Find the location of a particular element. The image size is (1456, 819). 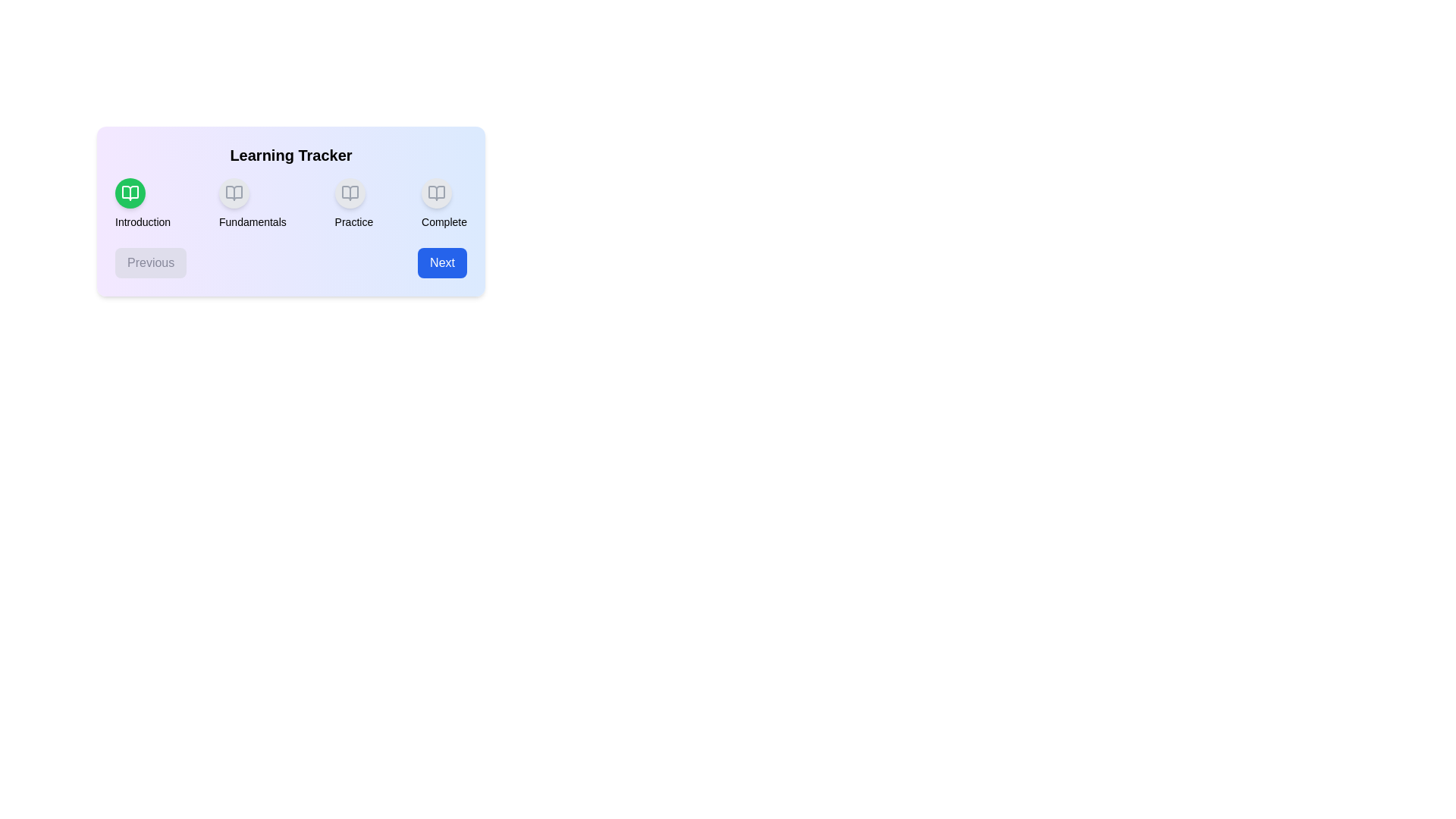

the 'Complete' text label, which is the fourth stage label in the 'Learning Tracker' header, located below a circular icon and to the right of 'Practice' is located at coordinates (443, 222).